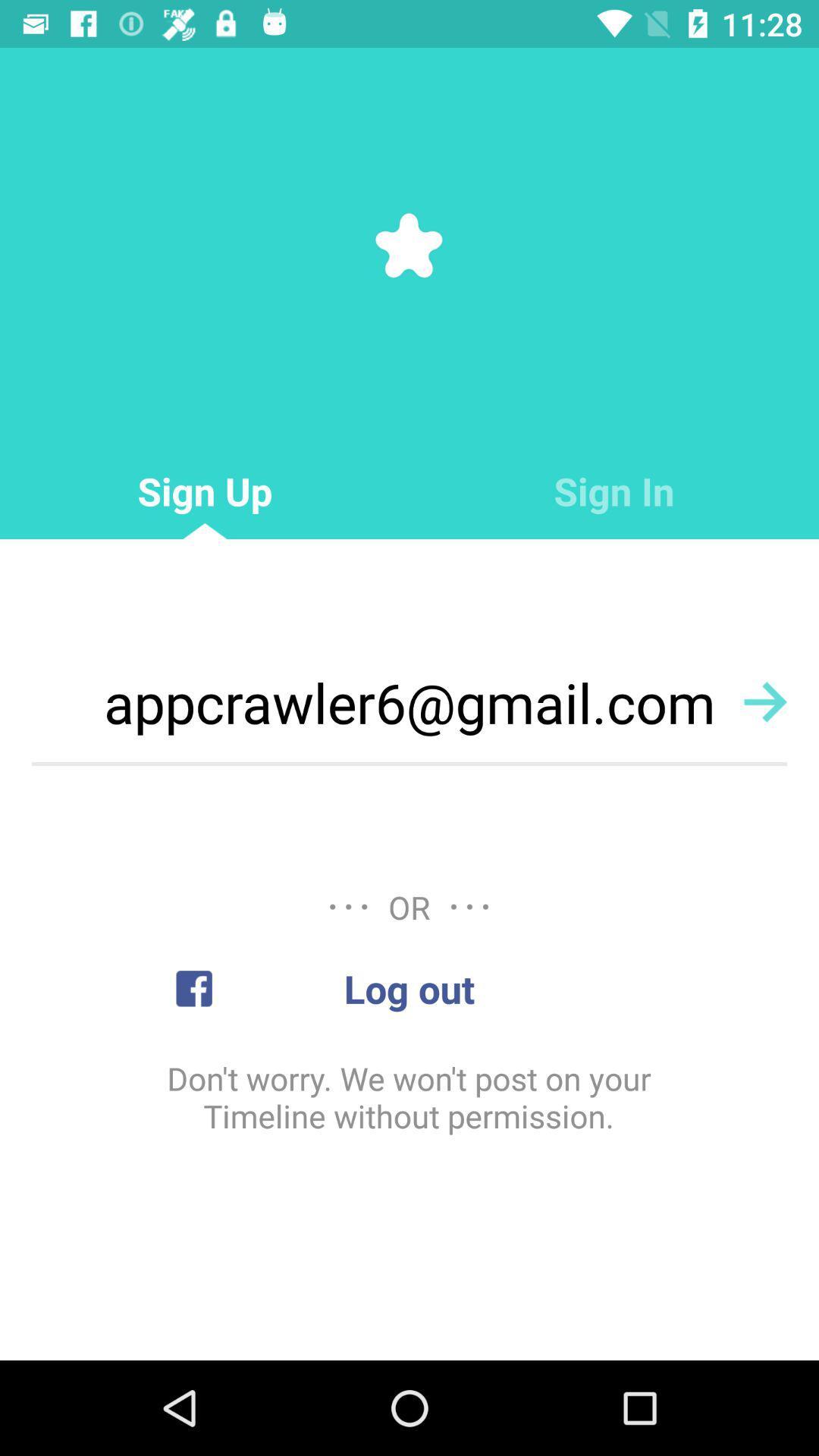 The height and width of the screenshot is (1456, 819). What do you see at coordinates (765, 701) in the screenshot?
I see `the arrow_forward icon` at bounding box center [765, 701].